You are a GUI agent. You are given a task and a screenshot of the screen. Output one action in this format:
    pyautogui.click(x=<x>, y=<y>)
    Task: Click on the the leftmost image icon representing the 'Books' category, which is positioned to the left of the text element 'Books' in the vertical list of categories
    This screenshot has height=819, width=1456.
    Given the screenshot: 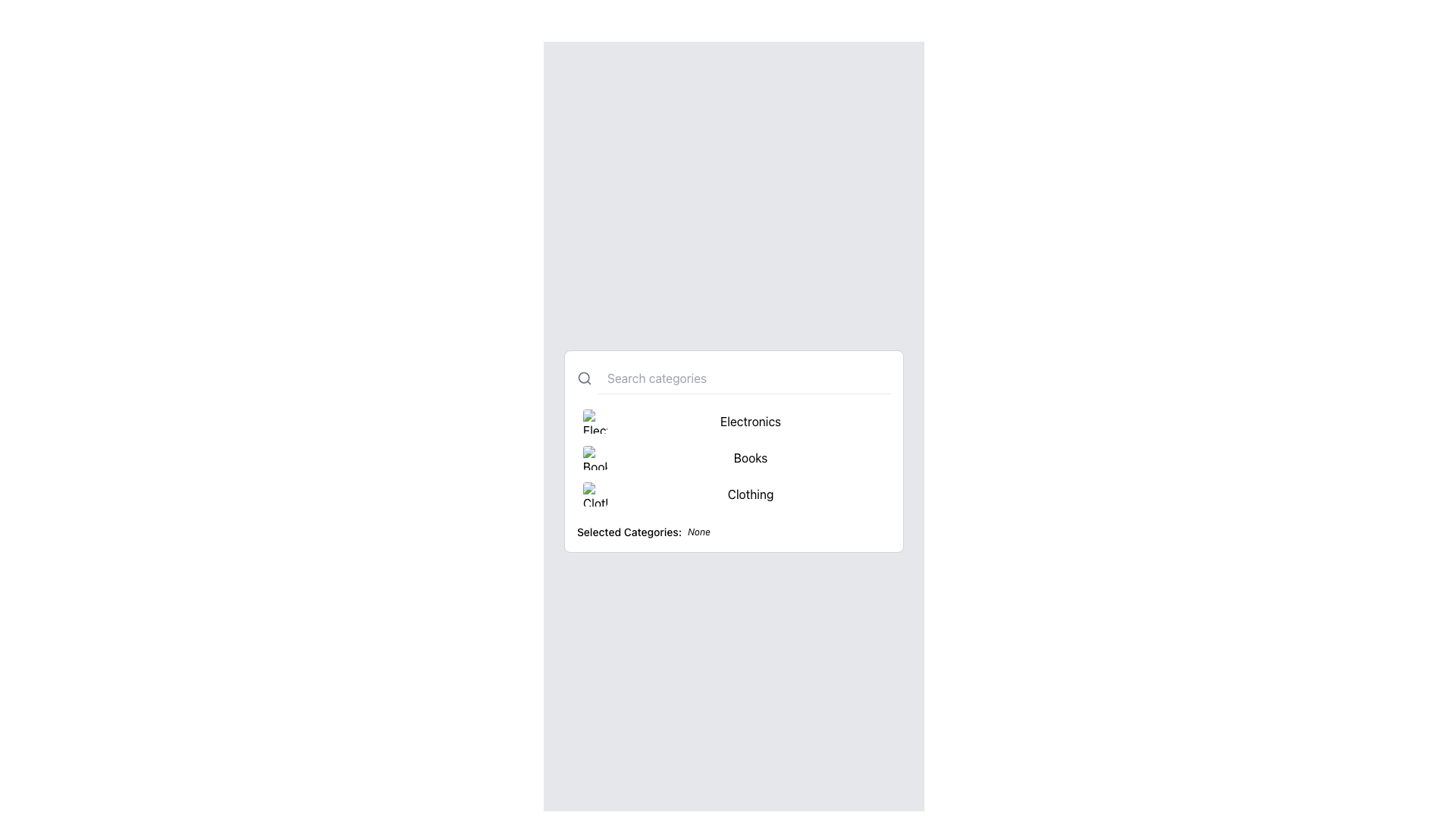 What is the action you would take?
    pyautogui.click(x=595, y=457)
    